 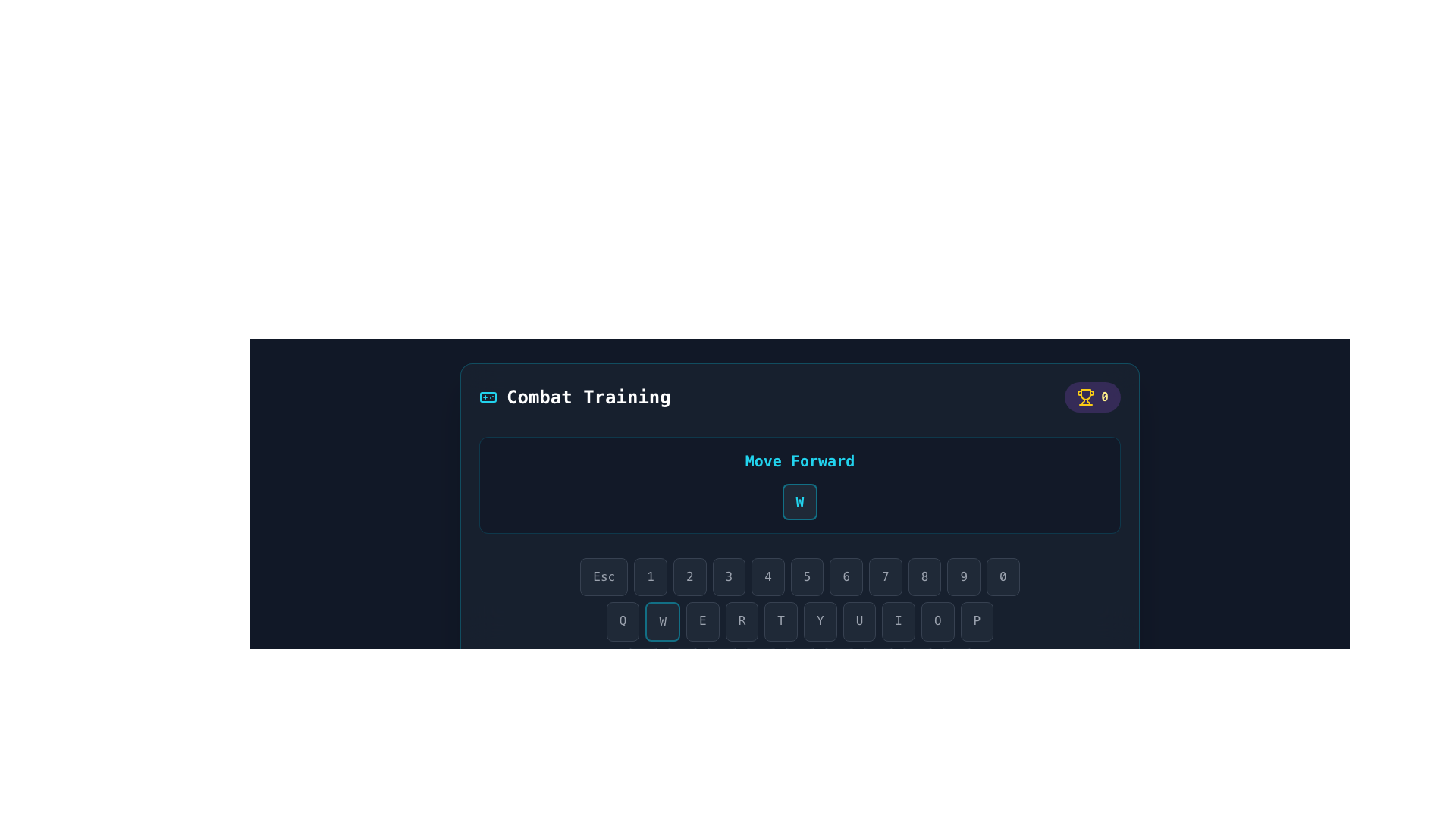 I want to click on the button representing the letter 'R' in the virtual keyboard, positioned horizontally between 'E' and 'T', so click(x=742, y=622).